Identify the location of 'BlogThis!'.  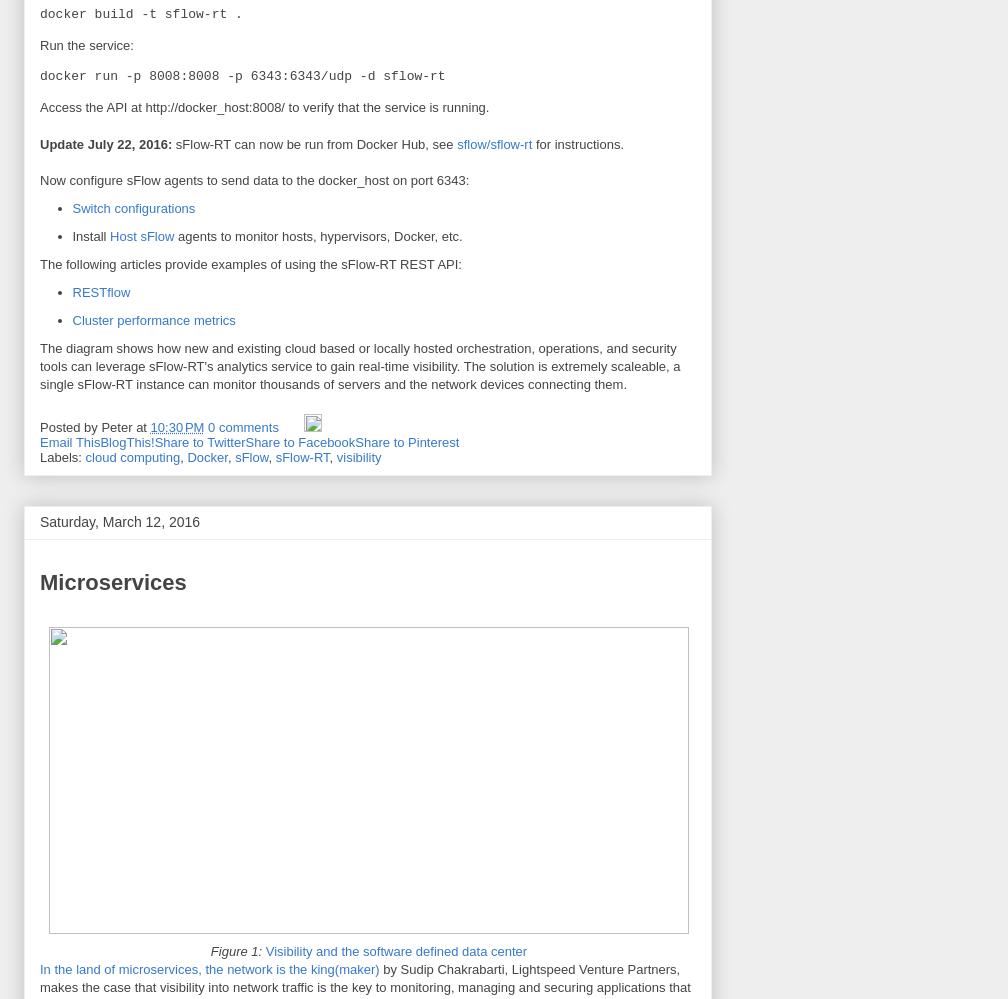
(127, 440).